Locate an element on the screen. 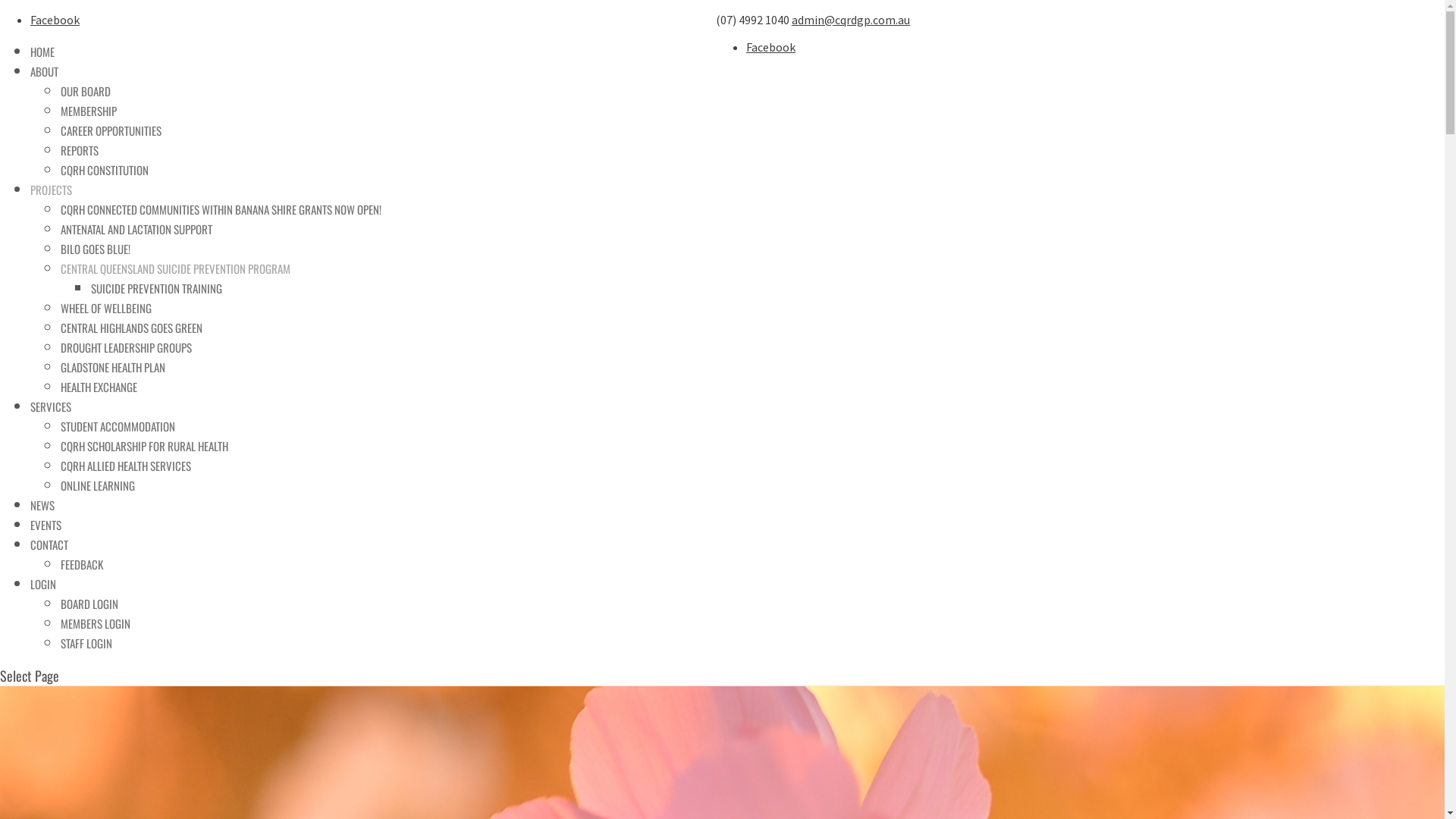  'REPORTS' is located at coordinates (61, 149).